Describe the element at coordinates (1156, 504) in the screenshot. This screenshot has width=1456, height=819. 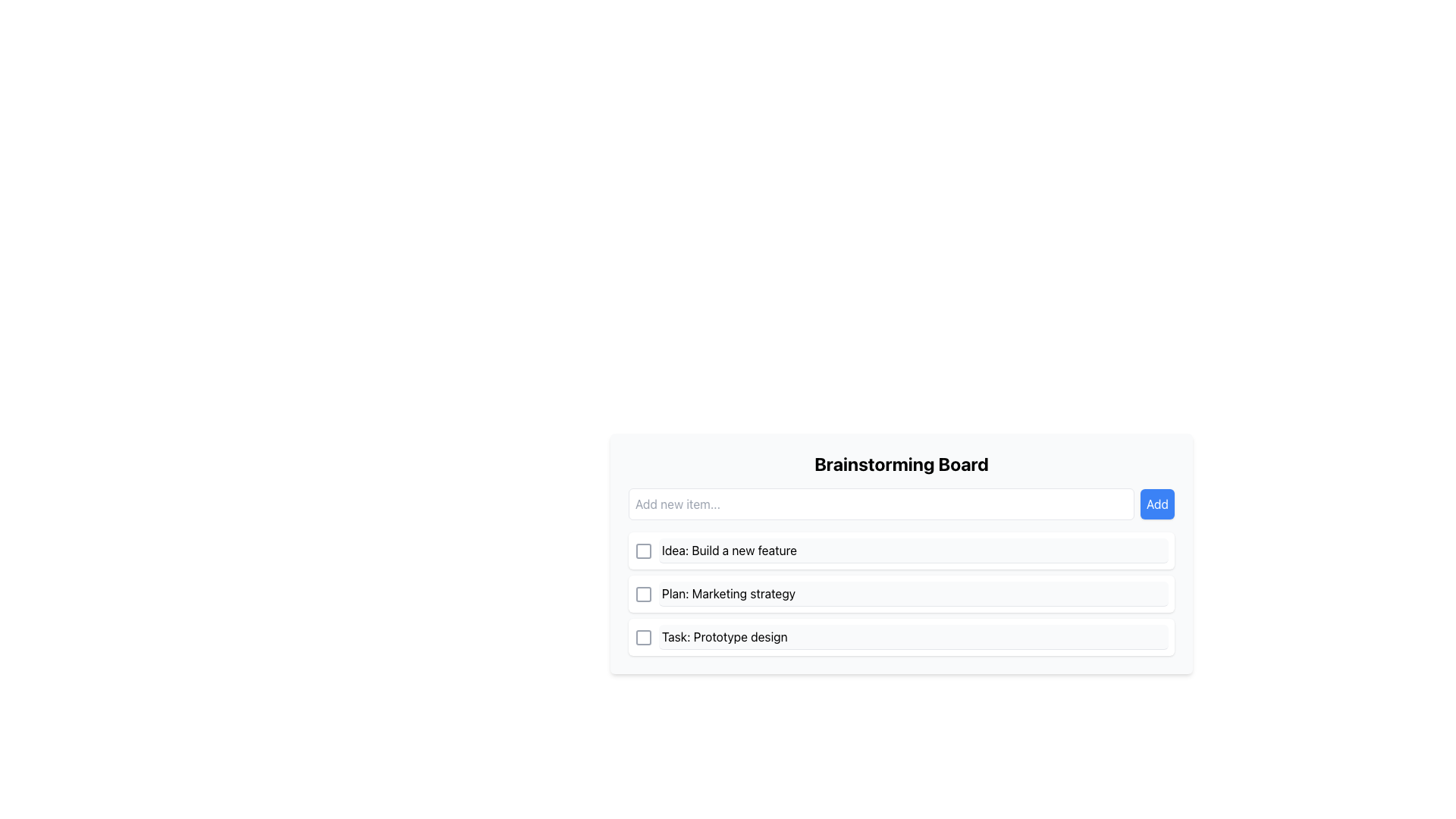
I see `the submit button located to the right of the text input field on the 'Brainstorming Board' interface` at that location.